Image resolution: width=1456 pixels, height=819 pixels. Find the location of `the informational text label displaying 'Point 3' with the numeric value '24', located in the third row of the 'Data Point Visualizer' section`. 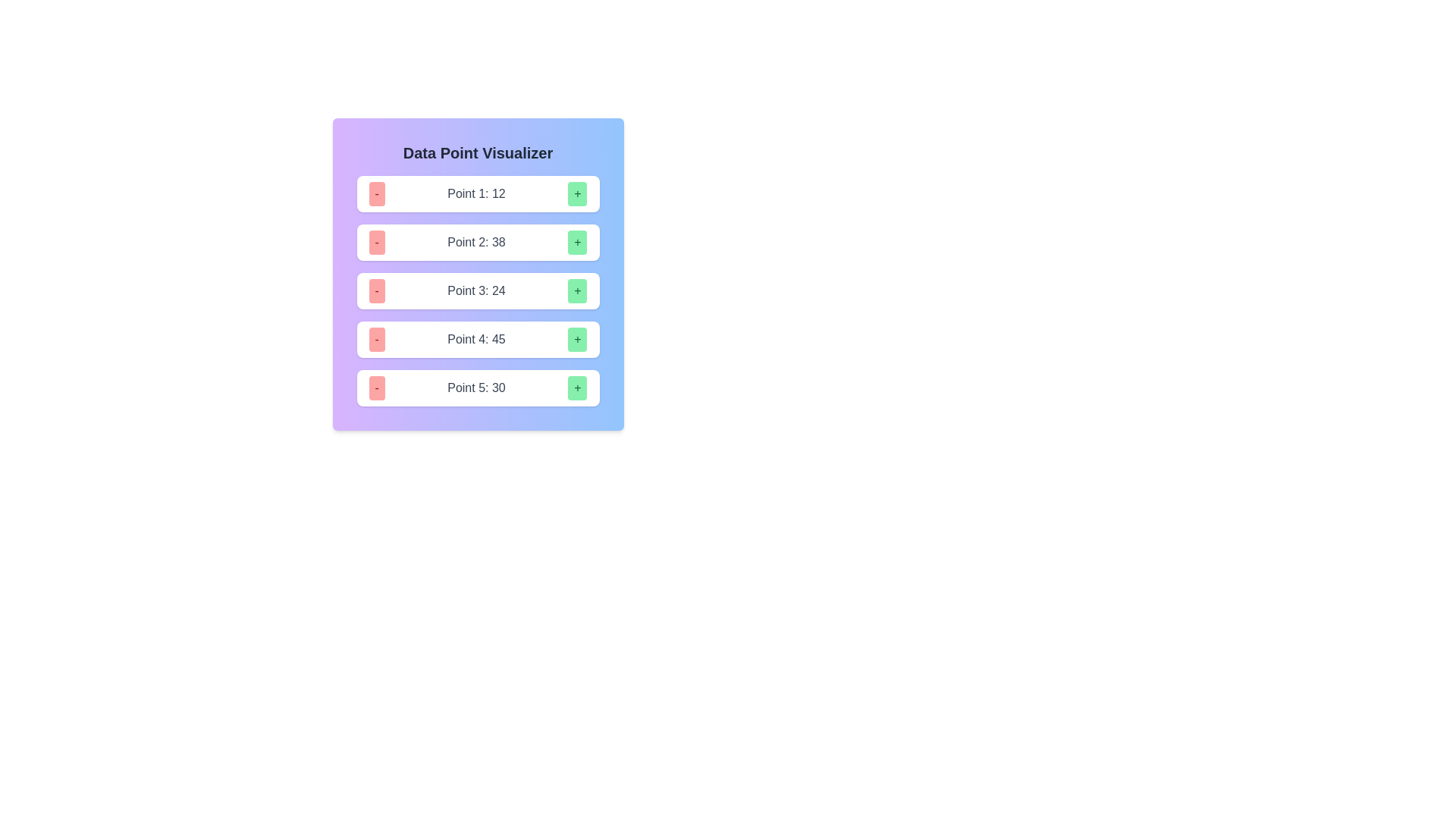

the informational text label displaying 'Point 3' with the numeric value '24', located in the third row of the 'Data Point Visualizer' section is located at coordinates (475, 291).